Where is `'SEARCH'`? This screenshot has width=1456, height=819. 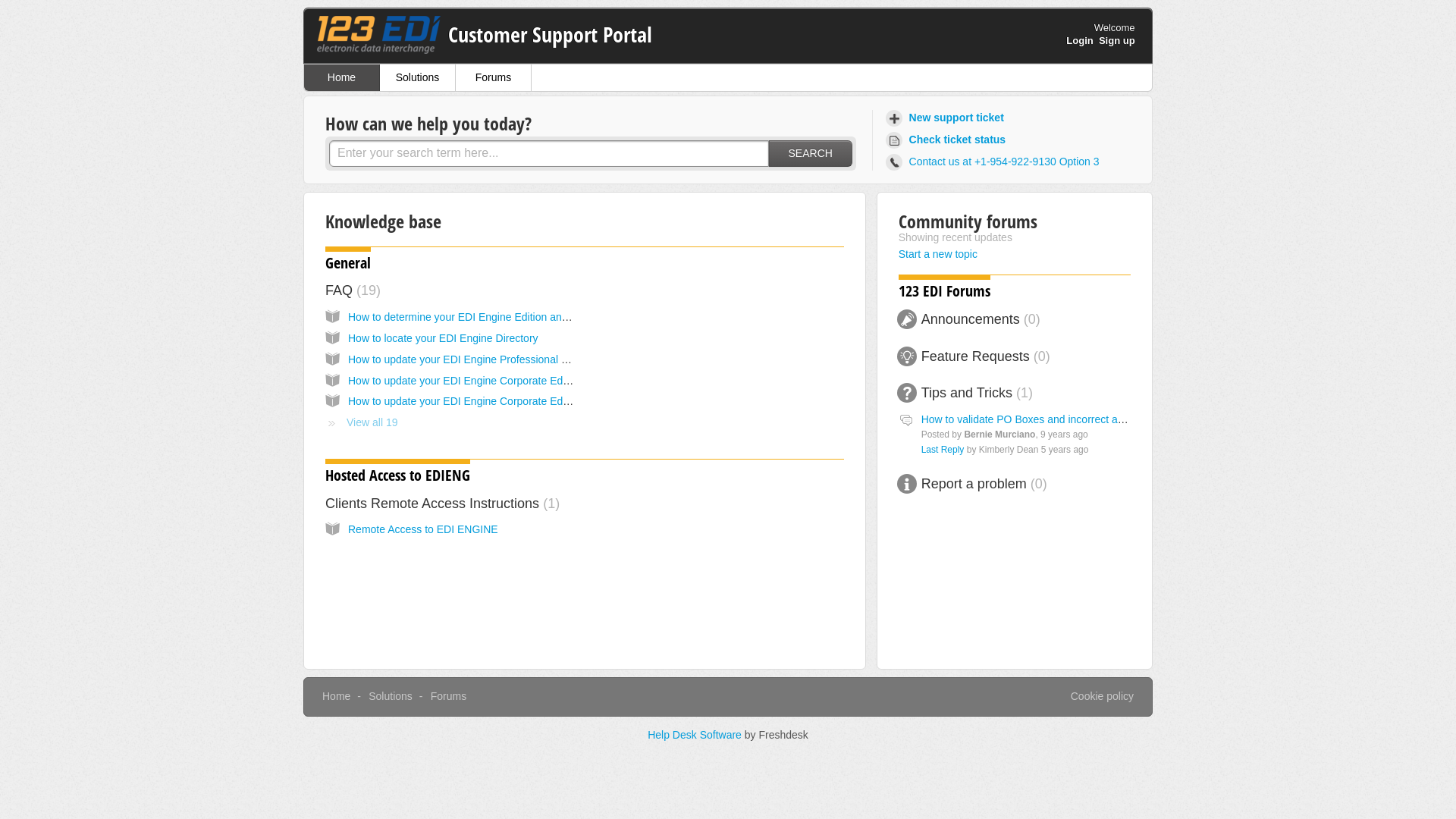
'SEARCH' is located at coordinates (810, 153).